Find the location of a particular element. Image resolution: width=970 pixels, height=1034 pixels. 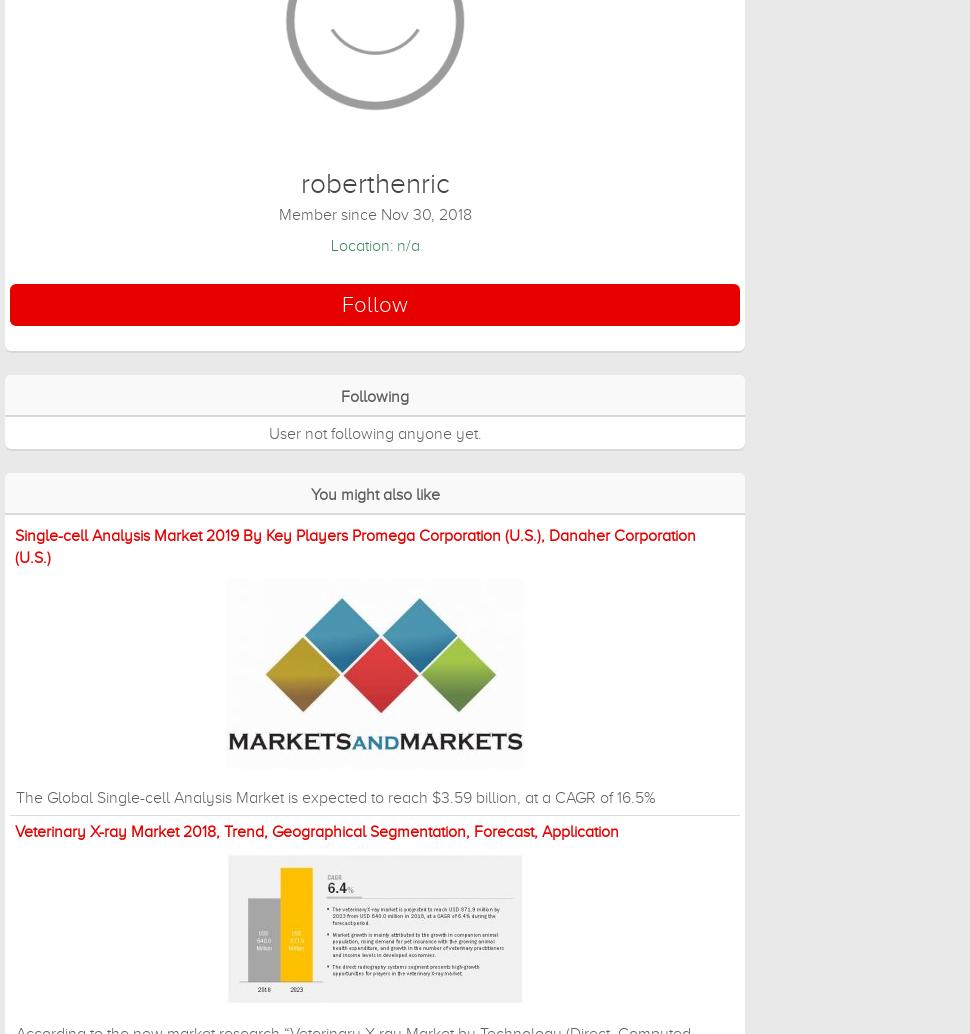

'Location: n/a' is located at coordinates (329, 245).